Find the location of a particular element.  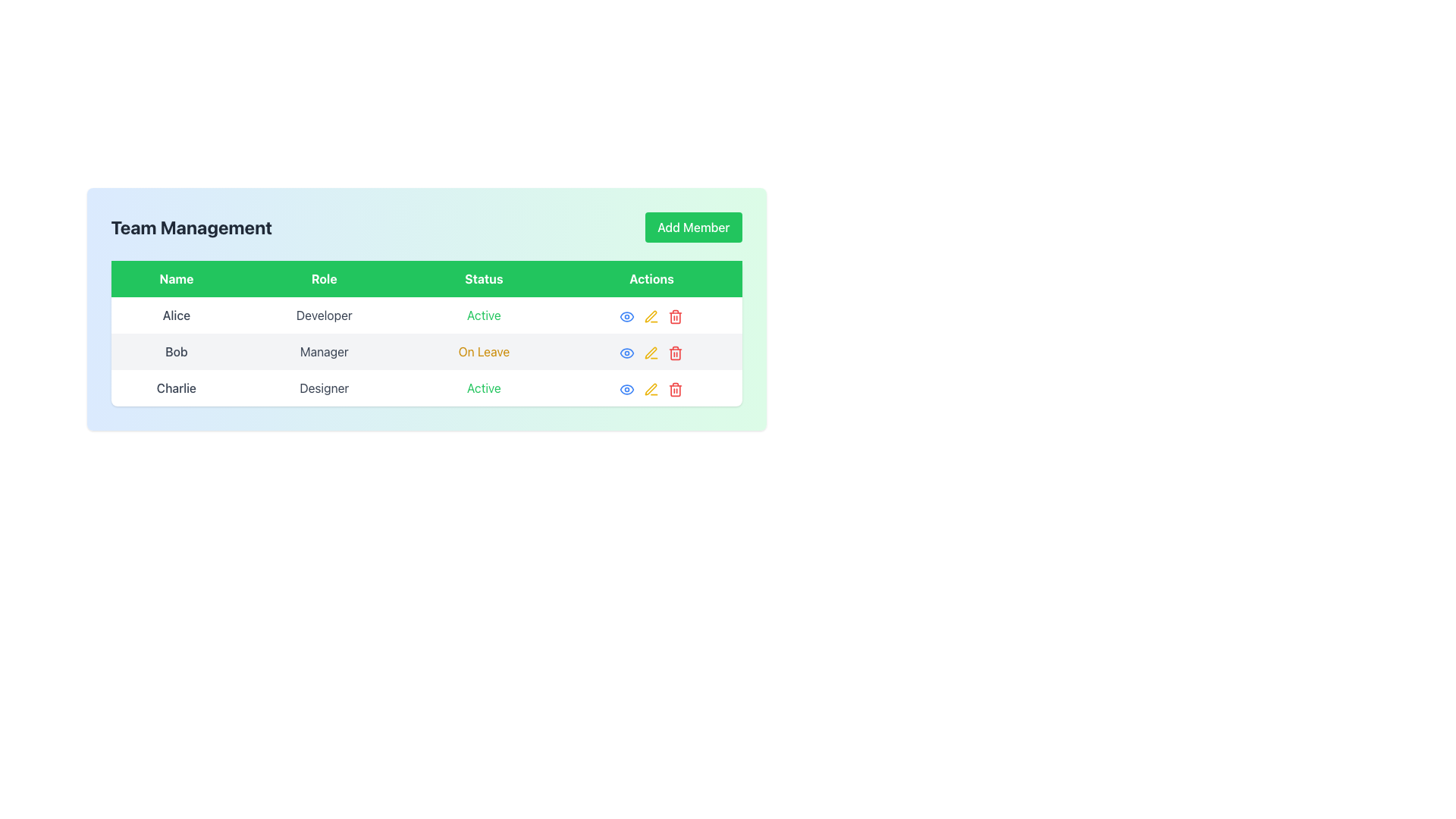

the Static Text element displaying 'Active' status for user 'Alice' in the 'Status' column is located at coordinates (483, 315).